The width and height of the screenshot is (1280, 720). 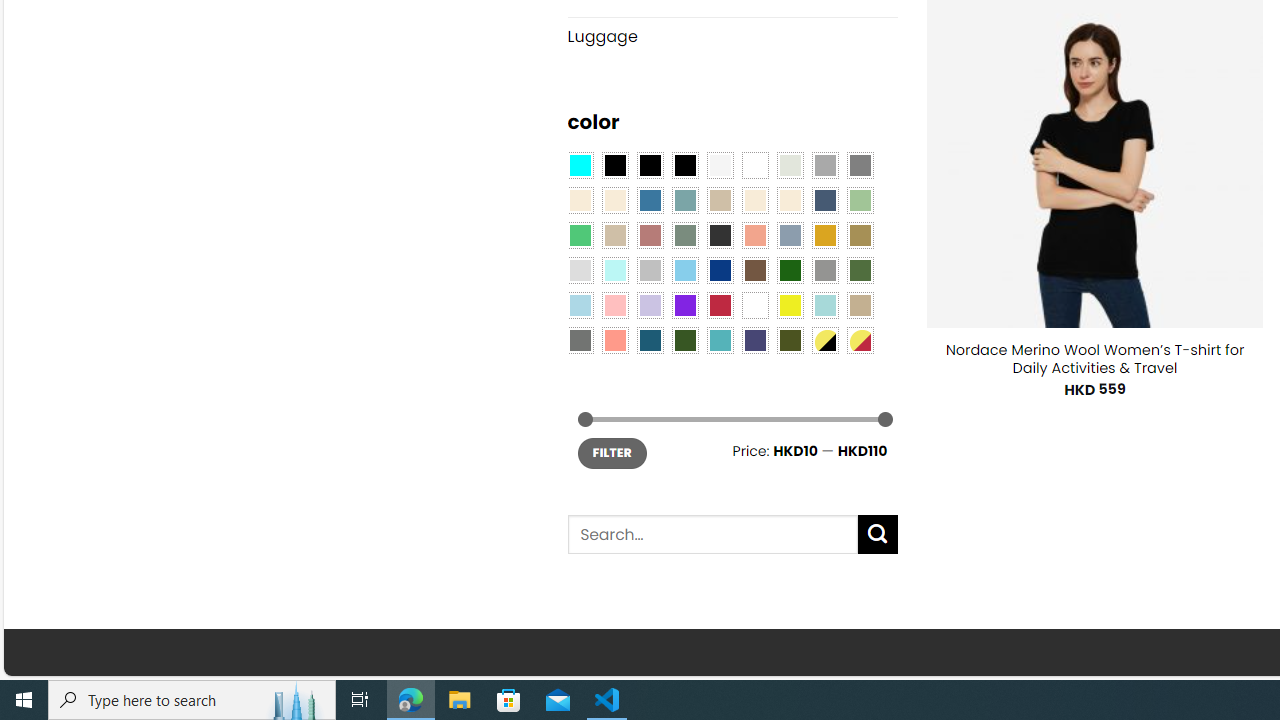 What do you see at coordinates (860, 305) in the screenshot?
I see `'Khaki'` at bounding box center [860, 305].